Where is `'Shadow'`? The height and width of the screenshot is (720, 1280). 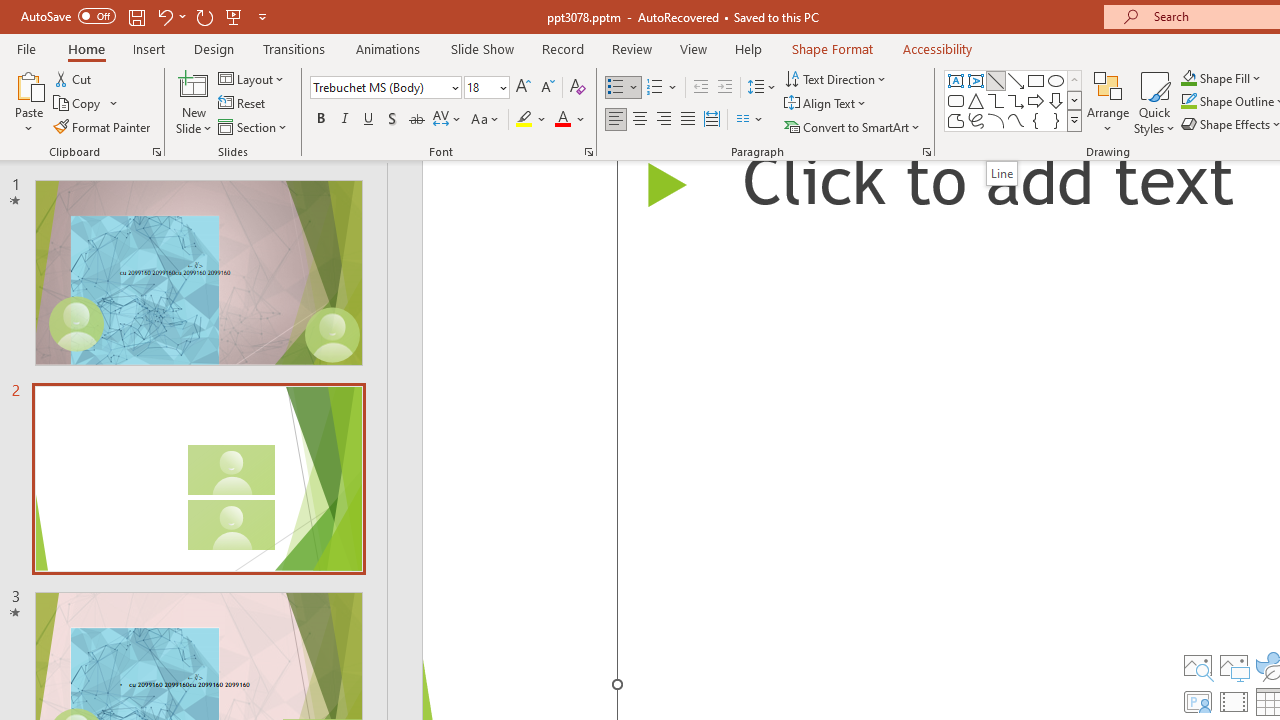
'Shadow' is located at coordinates (392, 119).